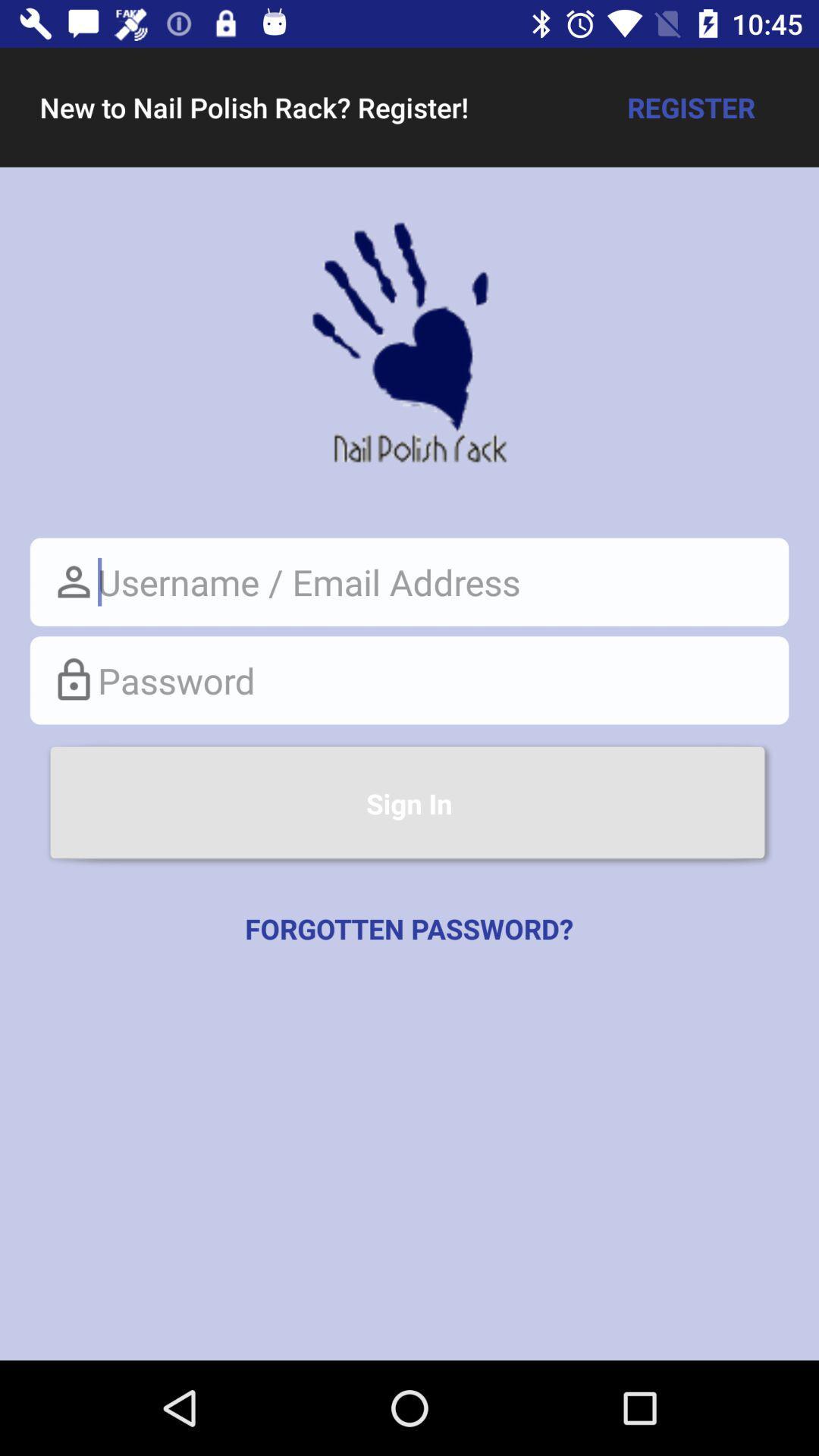 The image size is (819, 1456). I want to click on your username or email, so click(409, 581).